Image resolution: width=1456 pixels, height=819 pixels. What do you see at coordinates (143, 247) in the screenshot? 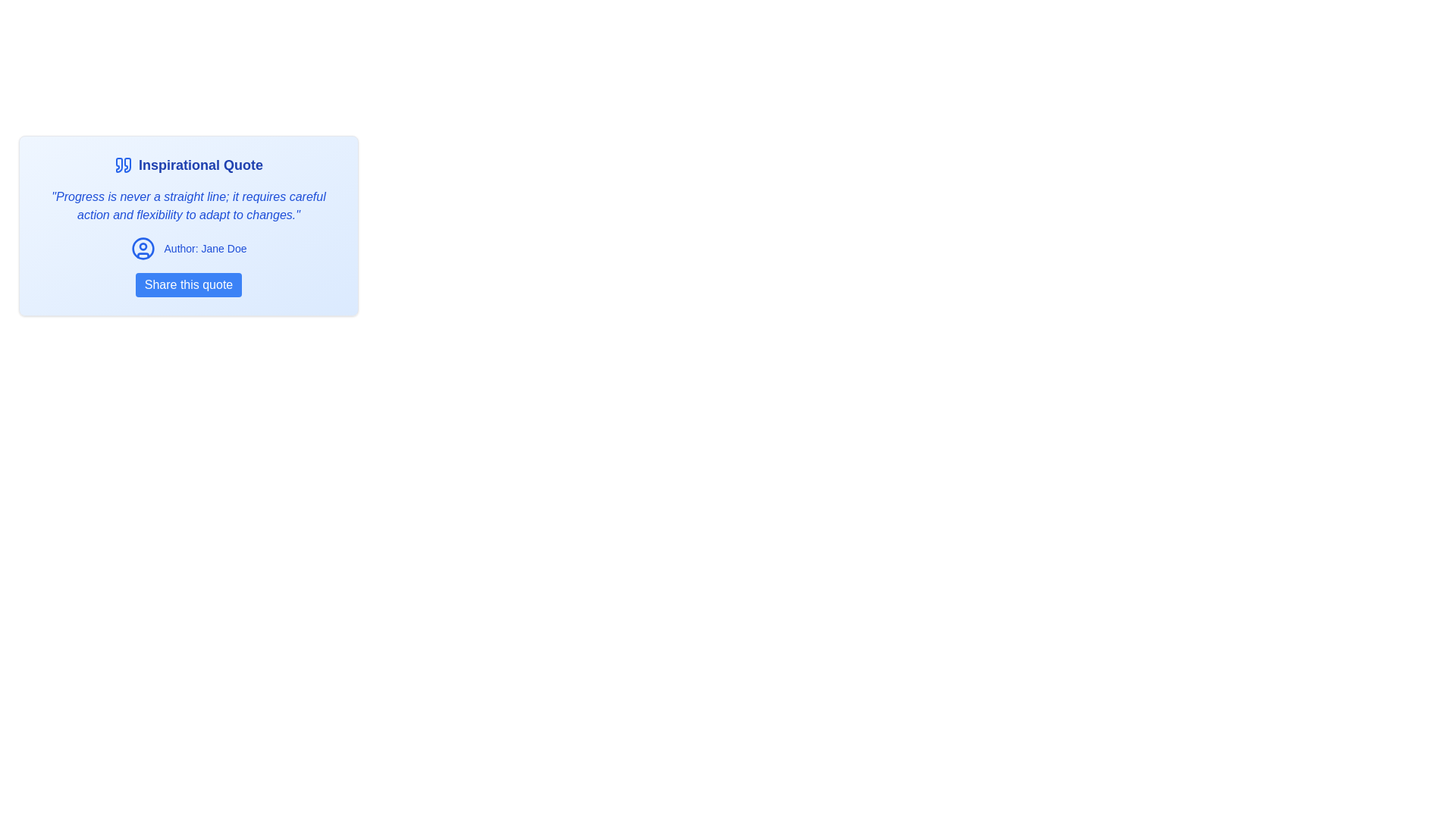
I see `the circular user profile icon that represents 'Author: Jane Doe', located` at bounding box center [143, 247].